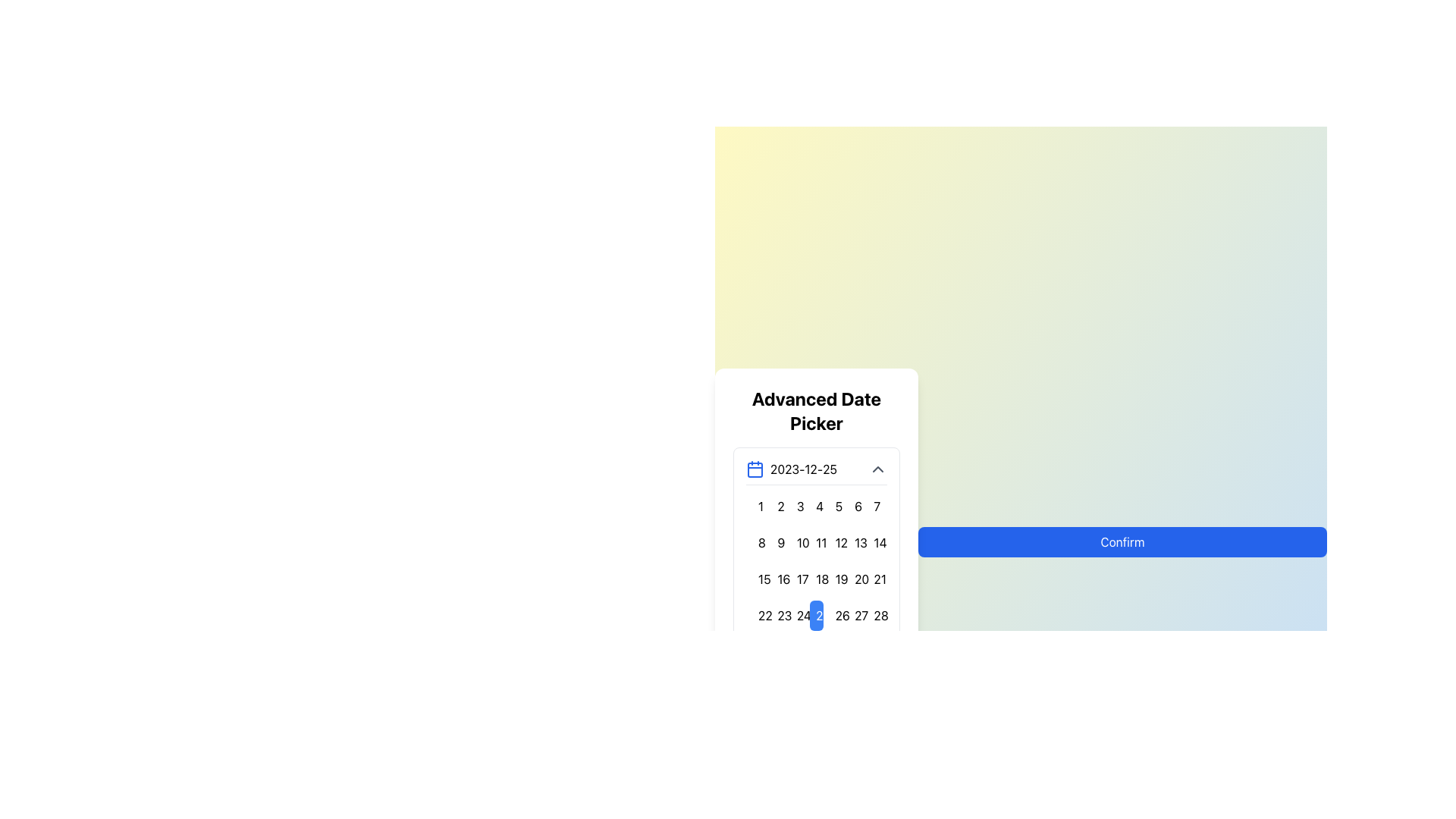  I want to click on the selection button for the 17th date in the date picker, so click(796, 579).